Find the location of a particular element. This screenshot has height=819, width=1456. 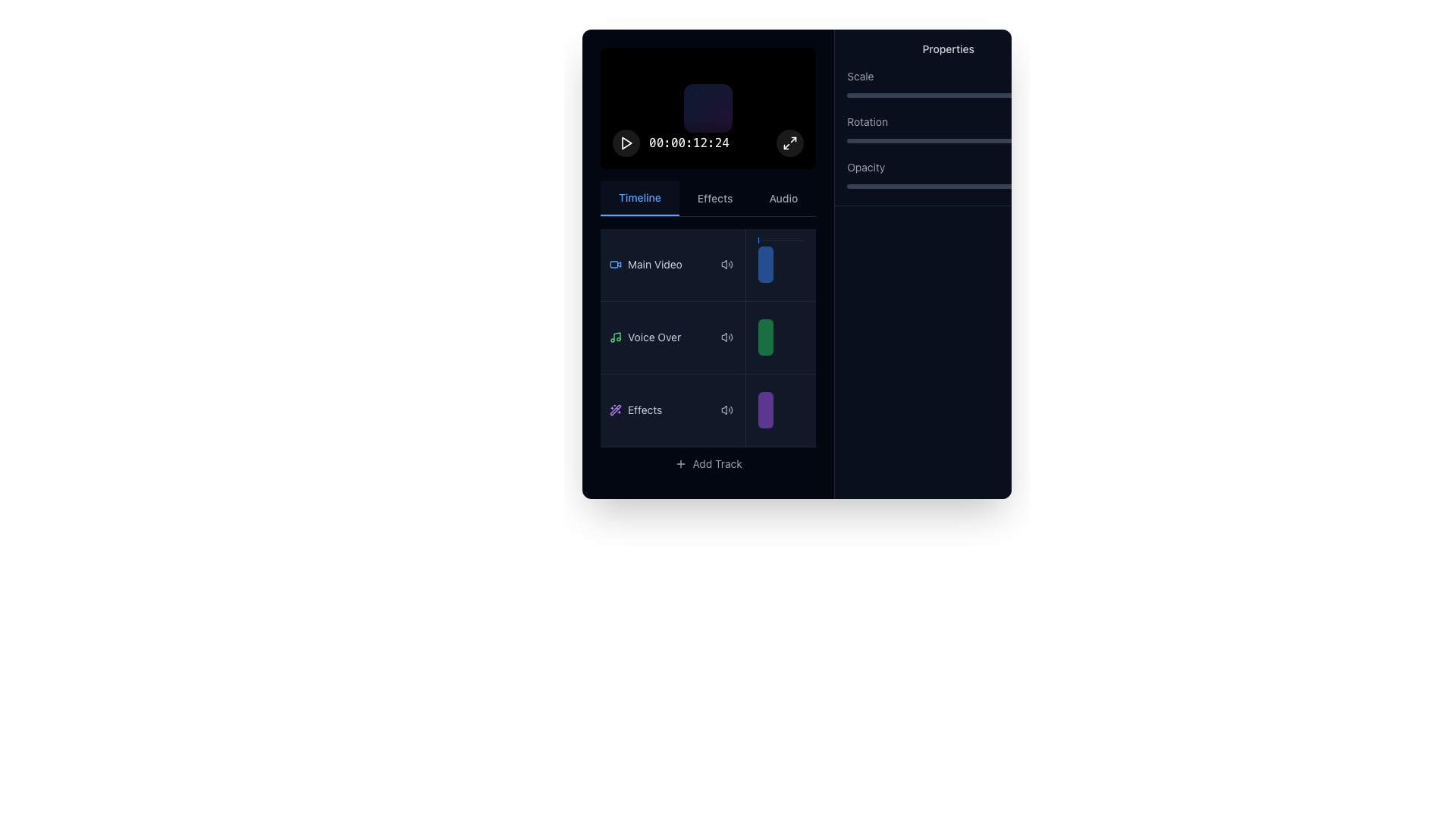

the scale slider is located at coordinates (983, 96).